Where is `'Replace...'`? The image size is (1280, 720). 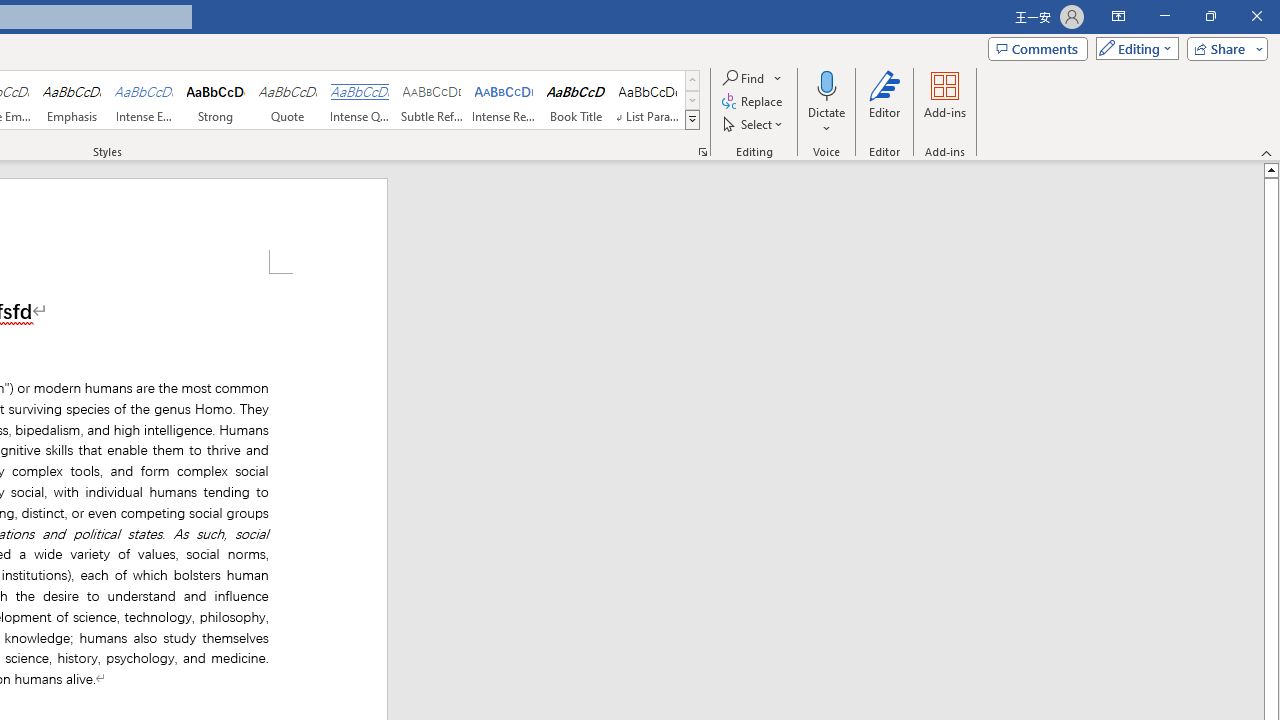 'Replace...' is located at coordinates (752, 101).